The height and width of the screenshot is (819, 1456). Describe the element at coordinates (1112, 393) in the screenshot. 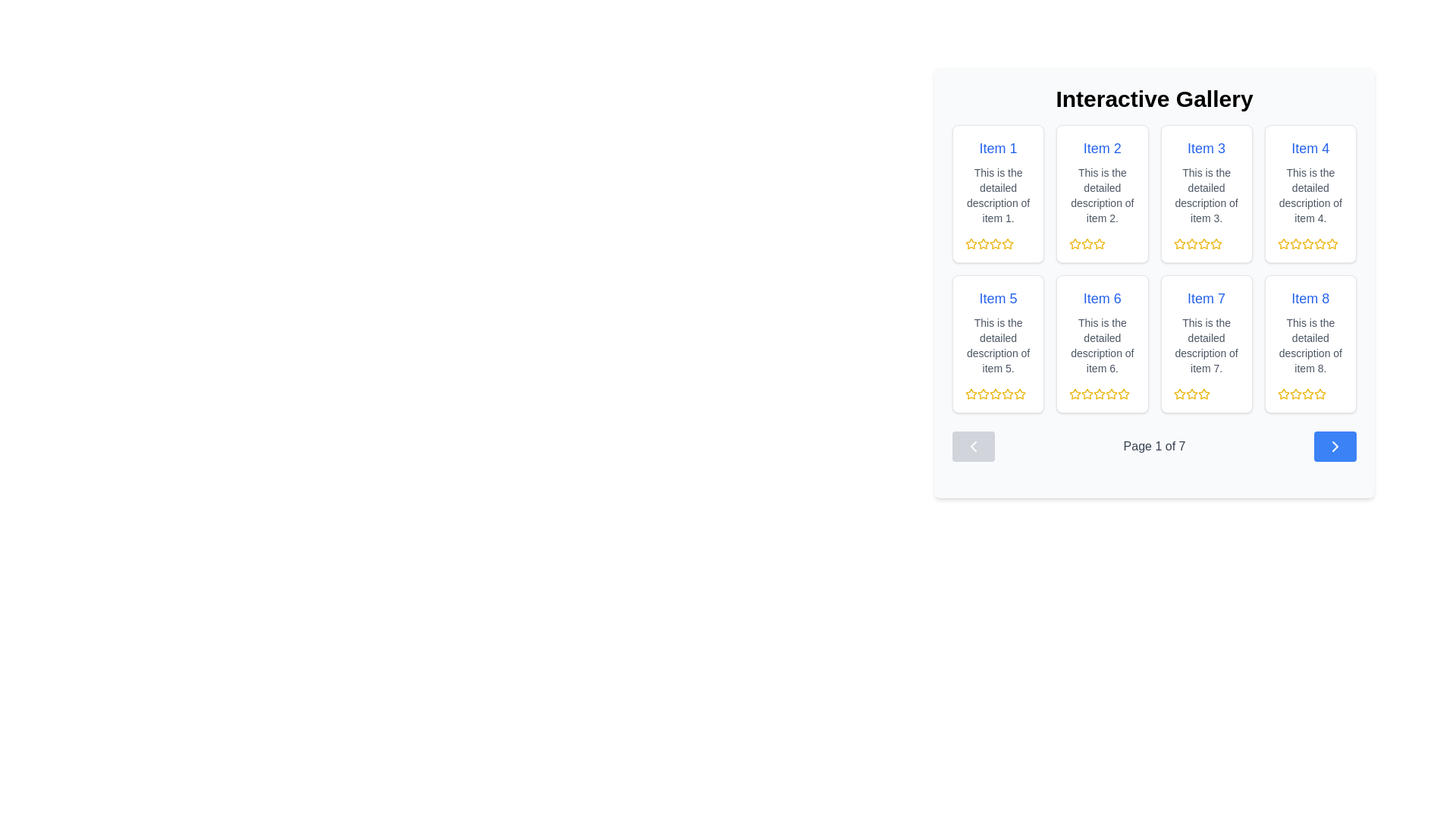

I see `across the fourth yellow rating star icon` at that location.